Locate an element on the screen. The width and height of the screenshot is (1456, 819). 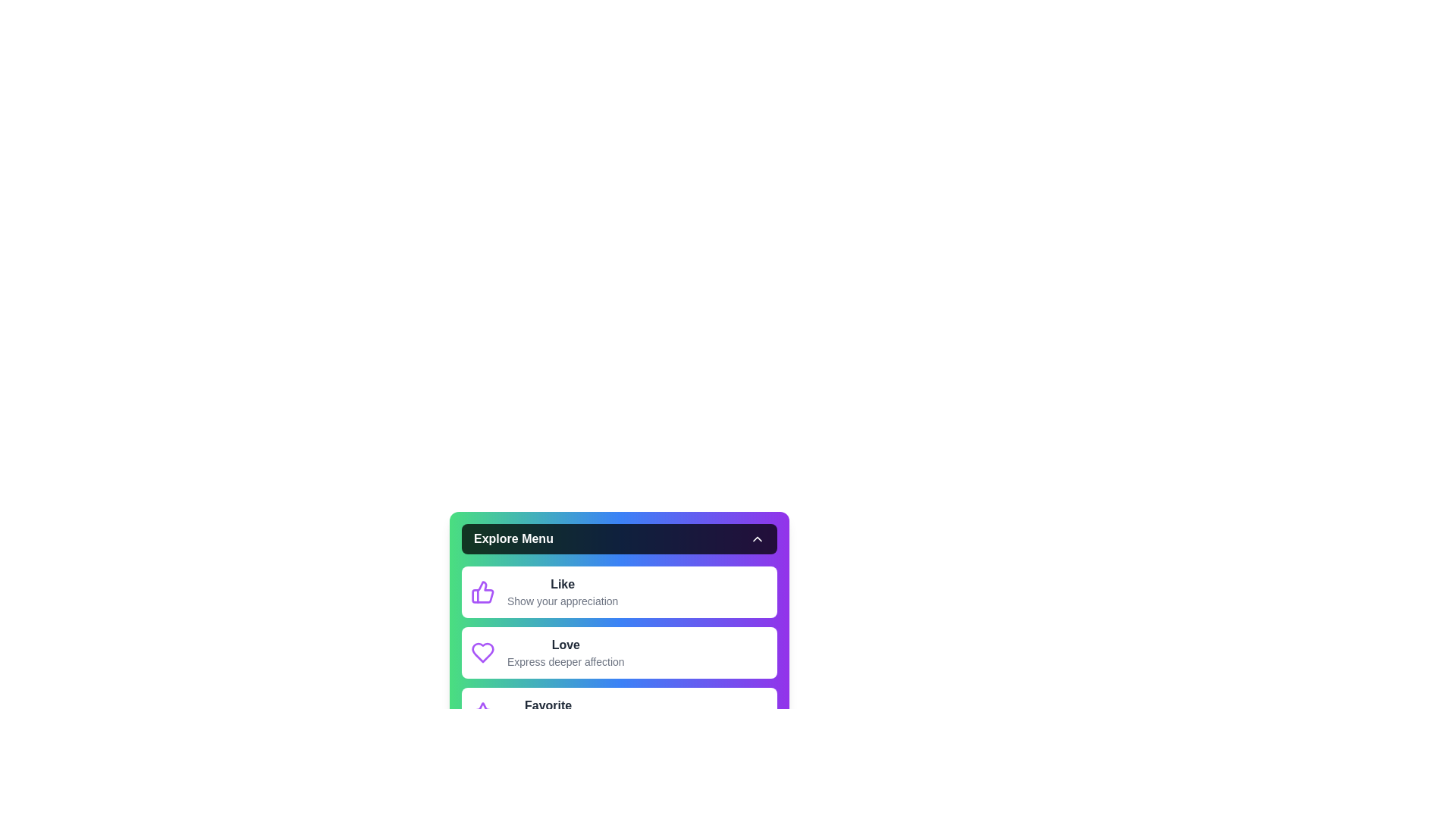
the menu option Love by clicking on it is located at coordinates (619, 651).